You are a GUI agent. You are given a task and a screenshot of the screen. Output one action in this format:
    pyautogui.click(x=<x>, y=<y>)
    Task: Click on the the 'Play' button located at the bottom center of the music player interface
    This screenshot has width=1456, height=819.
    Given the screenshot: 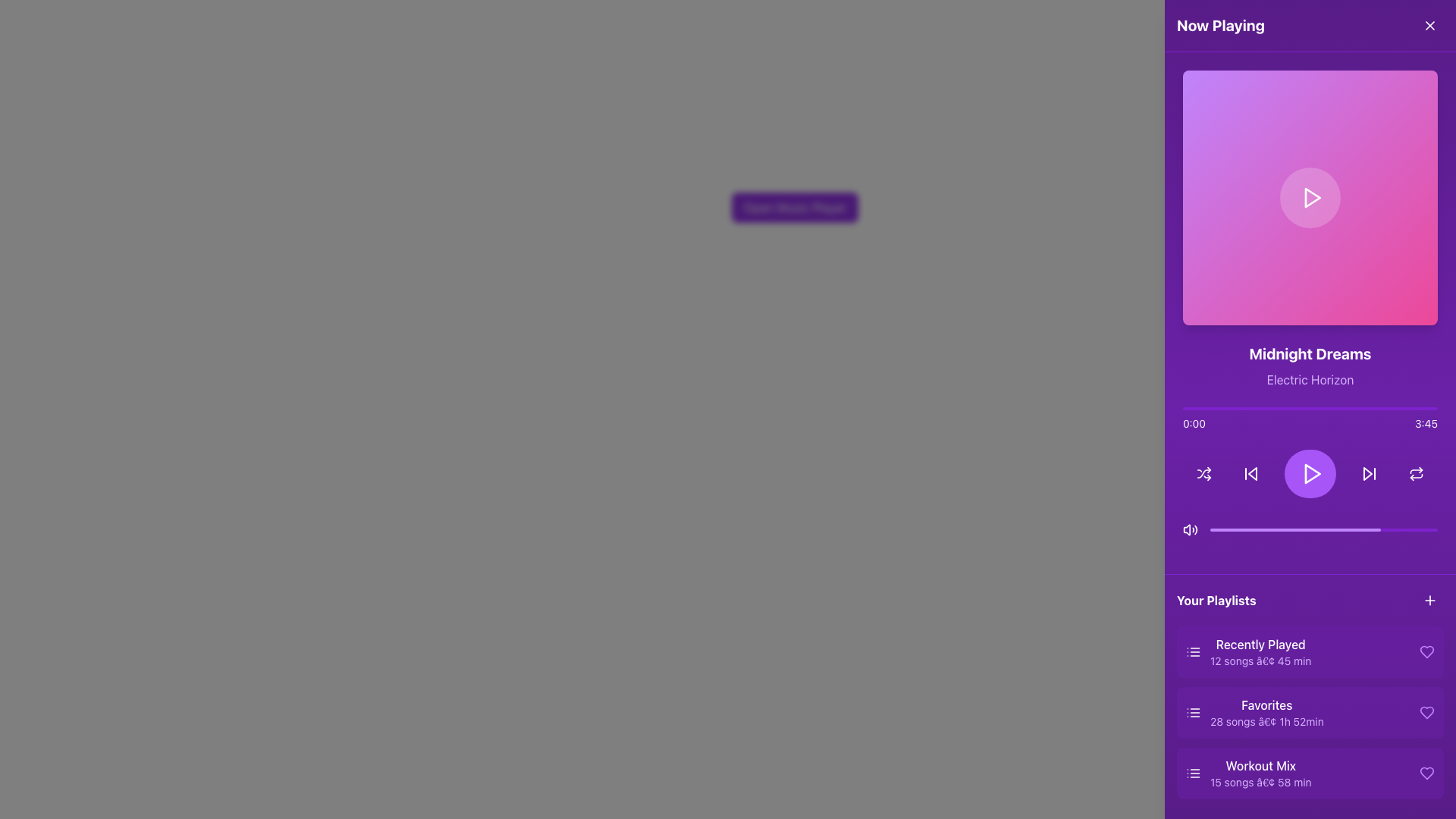 What is the action you would take?
    pyautogui.click(x=1310, y=472)
    